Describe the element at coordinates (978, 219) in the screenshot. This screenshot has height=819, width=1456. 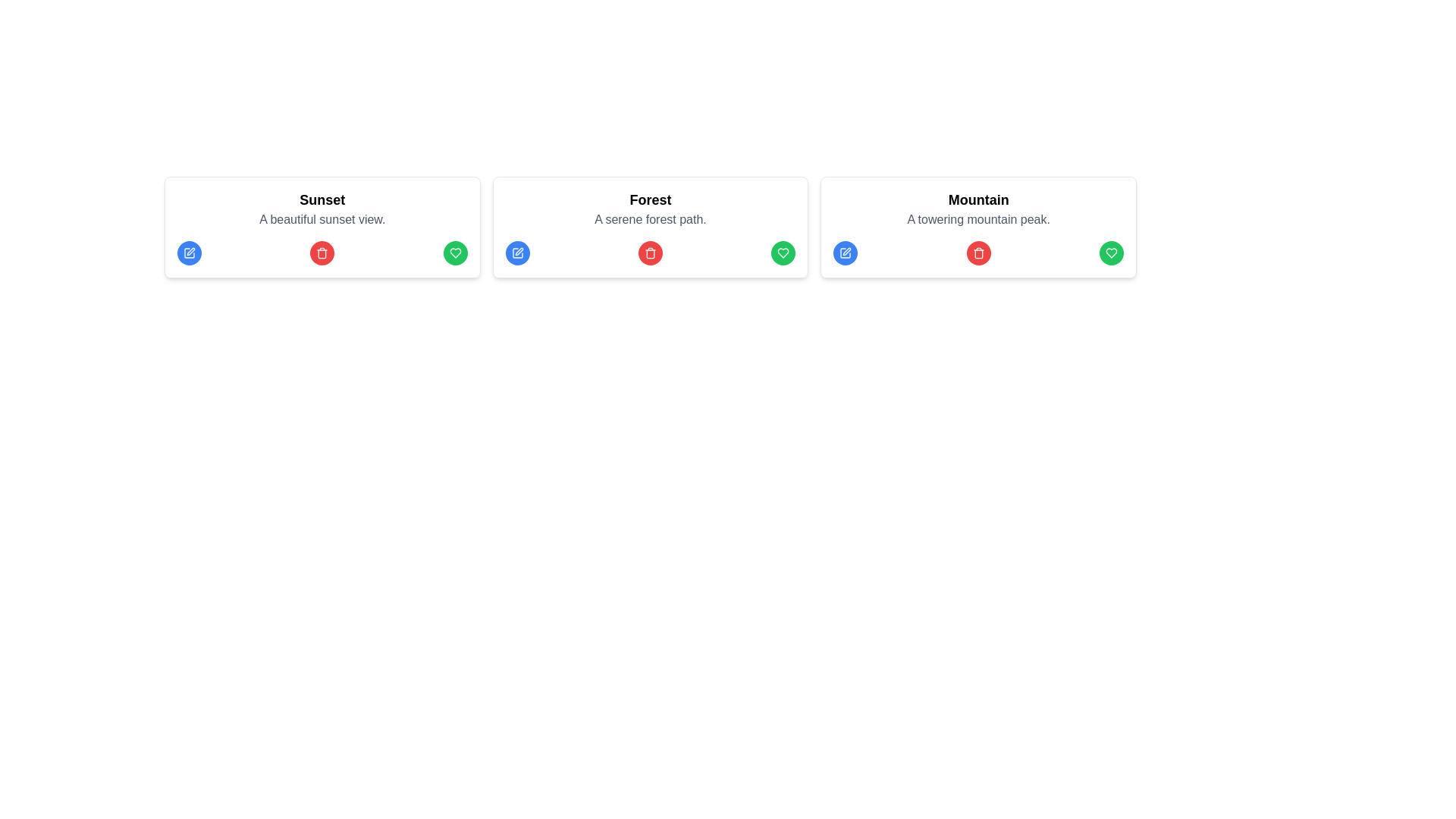
I see `the text element that provides a description of the geographic feature 'Mountain', located beneath its title in the third card labeled 'Mountain'` at that location.